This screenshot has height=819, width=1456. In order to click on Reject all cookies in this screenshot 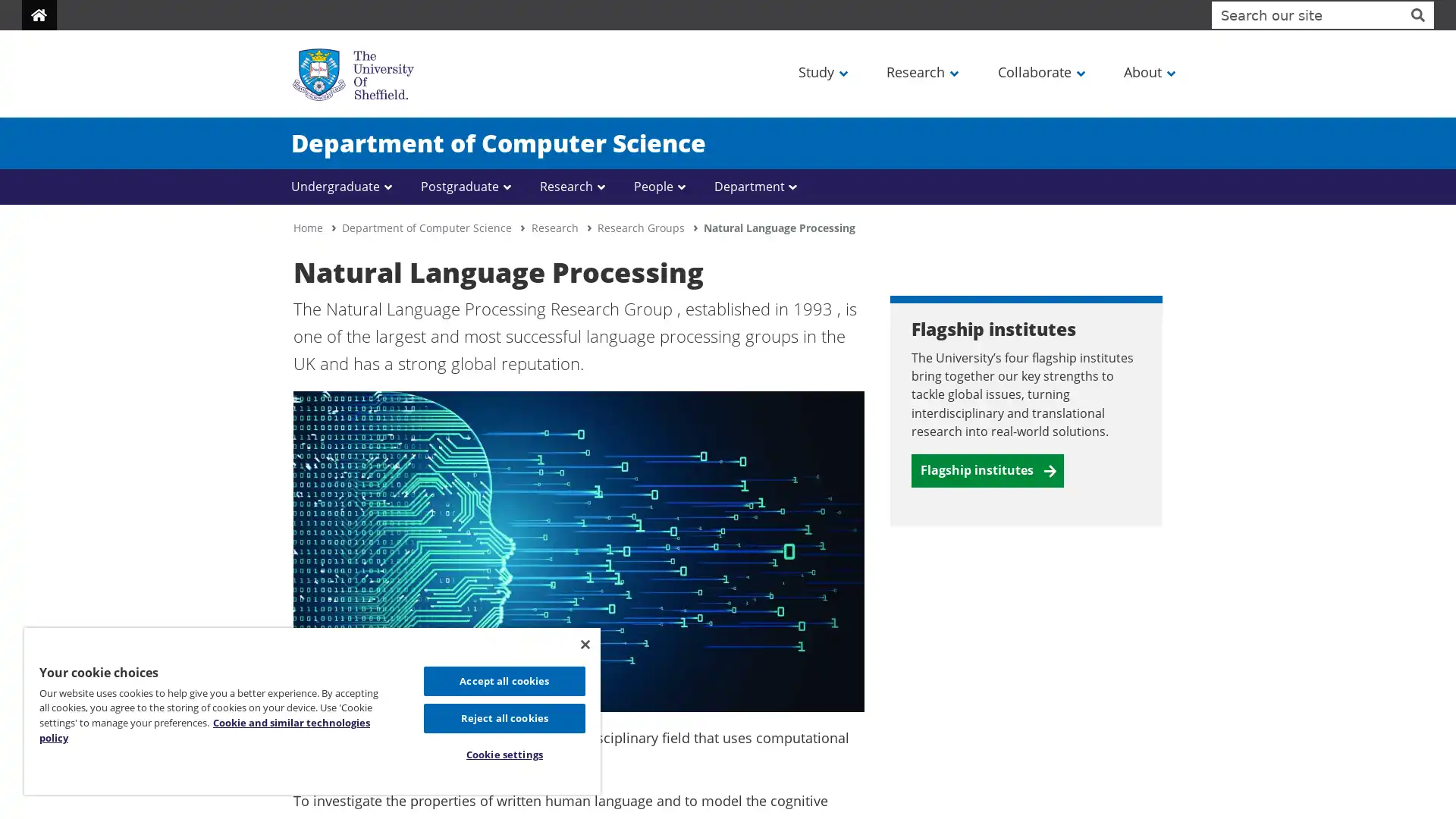, I will do `click(504, 717)`.